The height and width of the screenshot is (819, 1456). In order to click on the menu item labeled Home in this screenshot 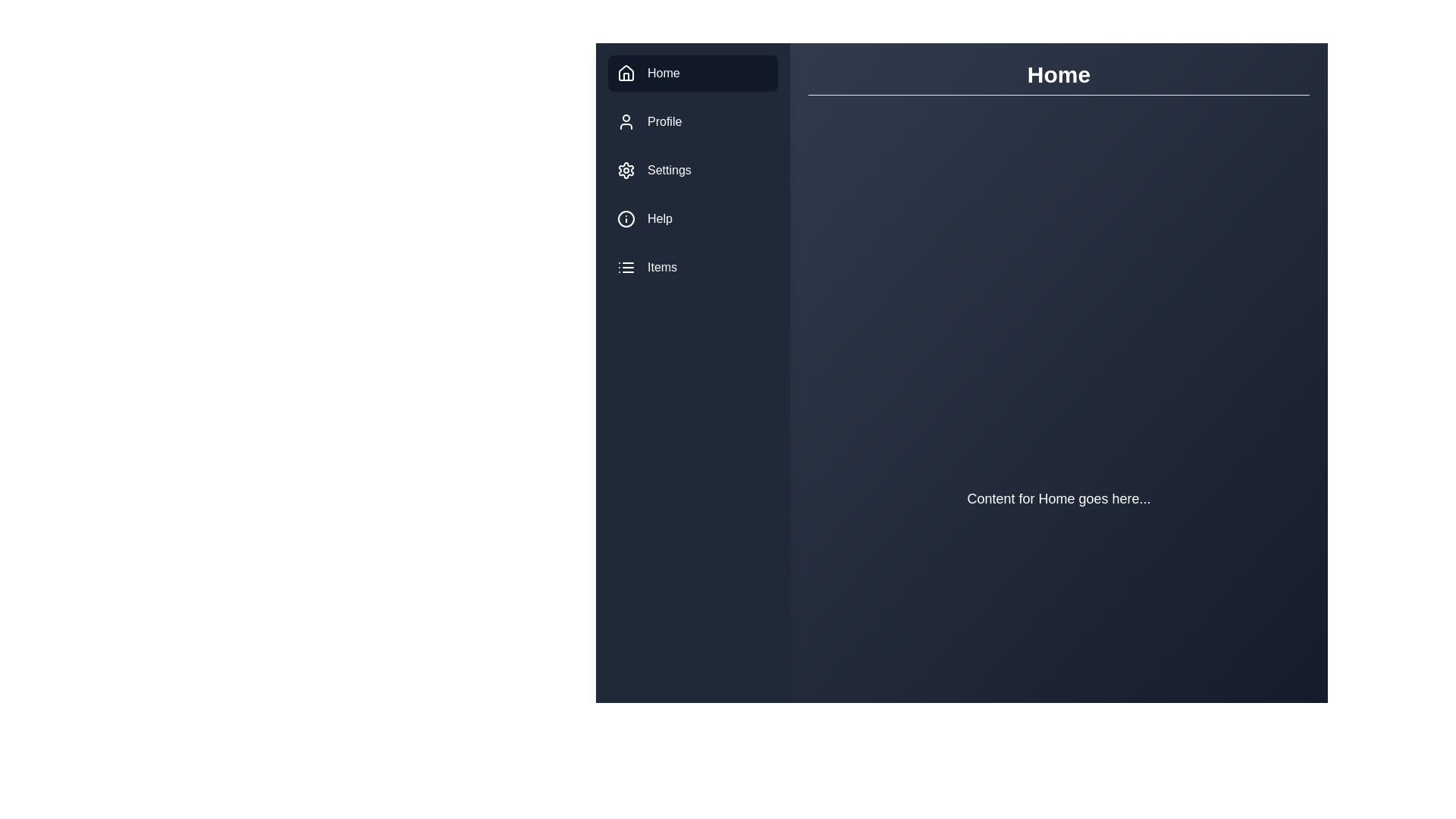, I will do `click(692, 73)`.